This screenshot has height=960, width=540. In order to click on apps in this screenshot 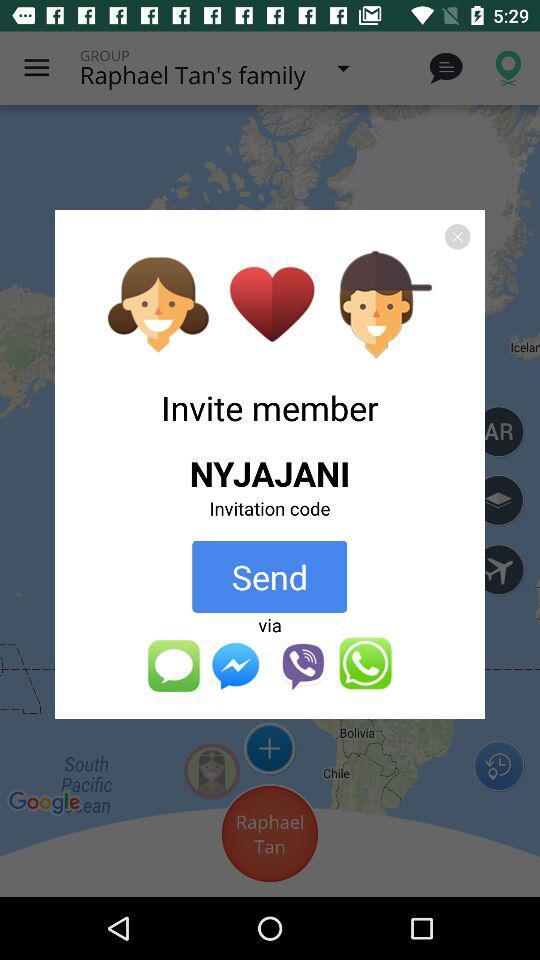, I will do `click(269, 665)`.